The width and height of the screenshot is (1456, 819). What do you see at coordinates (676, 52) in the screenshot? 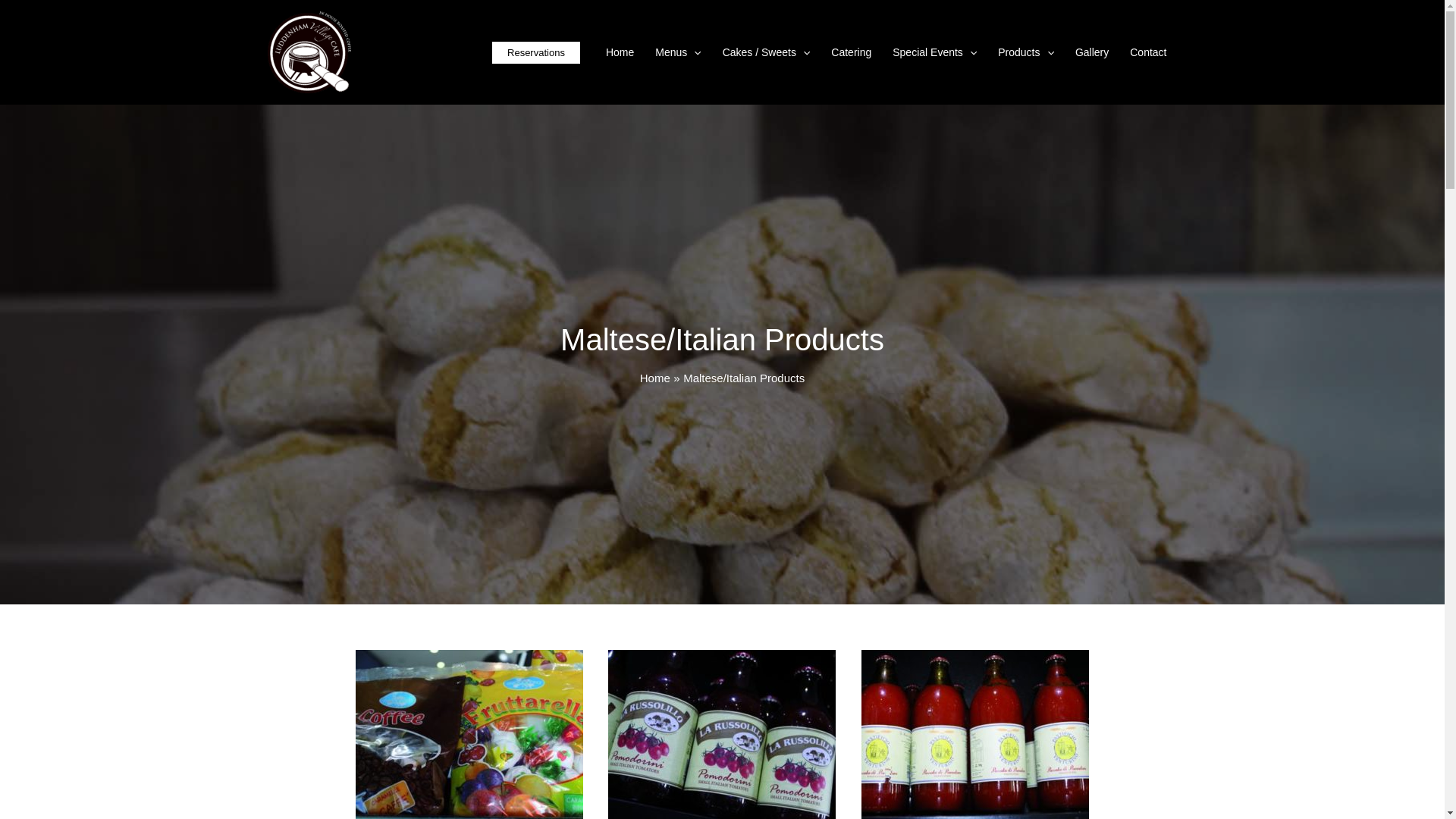
I see `'Menus'` at bounding box center [676, 52].